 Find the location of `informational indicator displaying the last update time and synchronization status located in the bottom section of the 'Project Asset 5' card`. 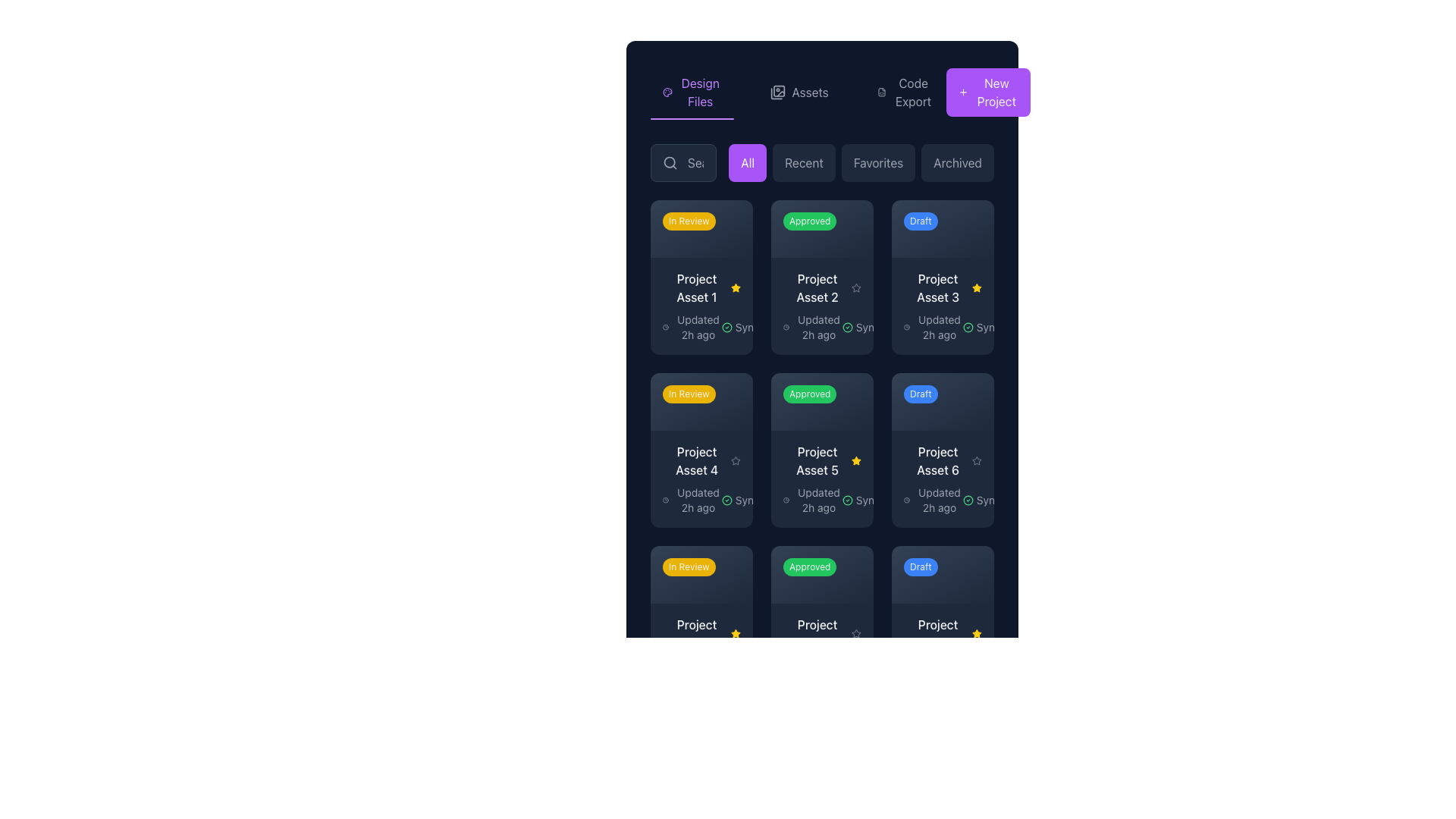

informational indicator displaying the last update time and synchronization status located in the bottom section of the 'Project Asset 5' card is located at coordinates (821, 500).